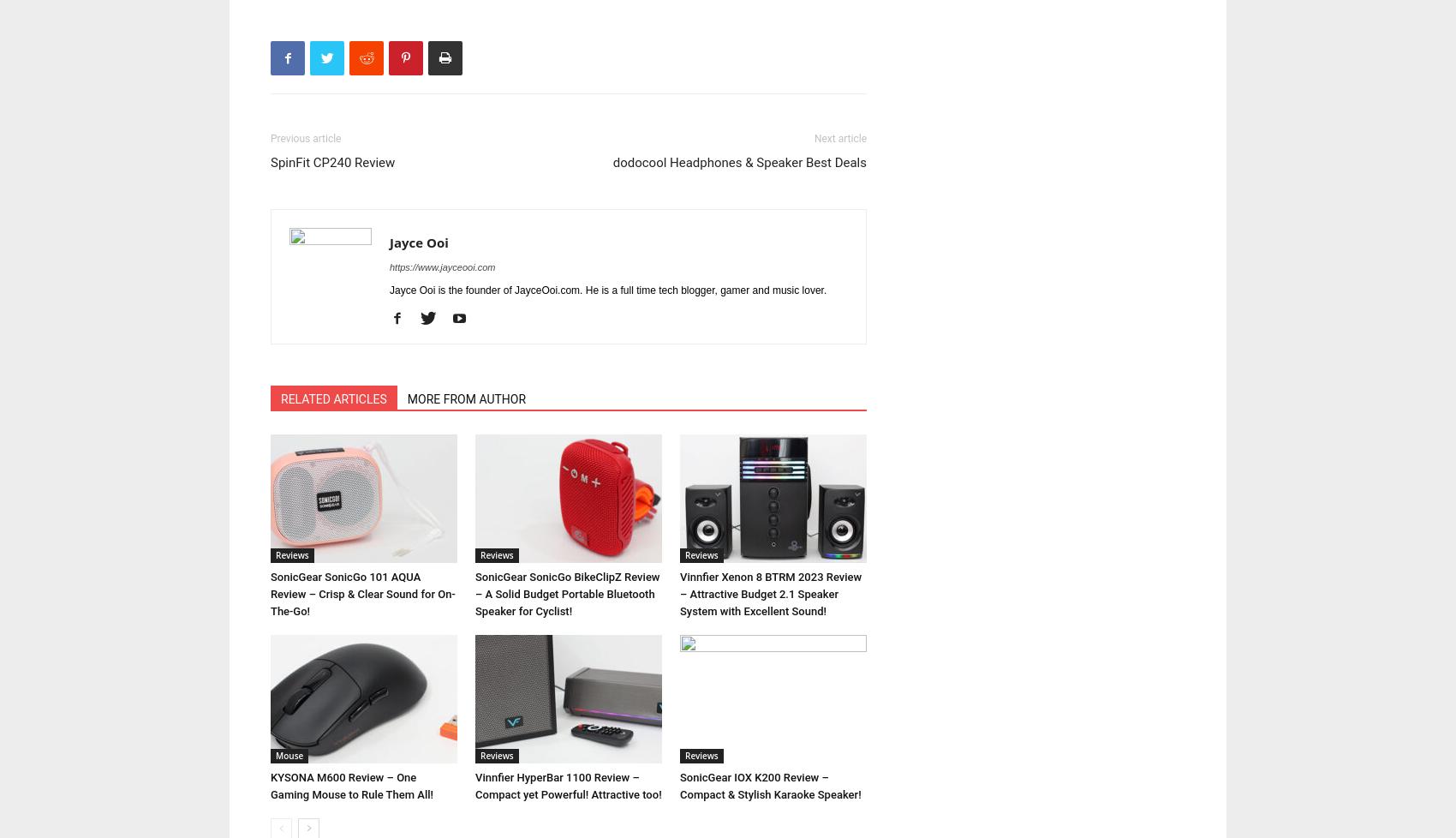 This screenshot has width=1456, height=838. Describe the element at coordinates (465, 398) in the screenshot. I see `'MORE FROM AUTHOR'` at that location.